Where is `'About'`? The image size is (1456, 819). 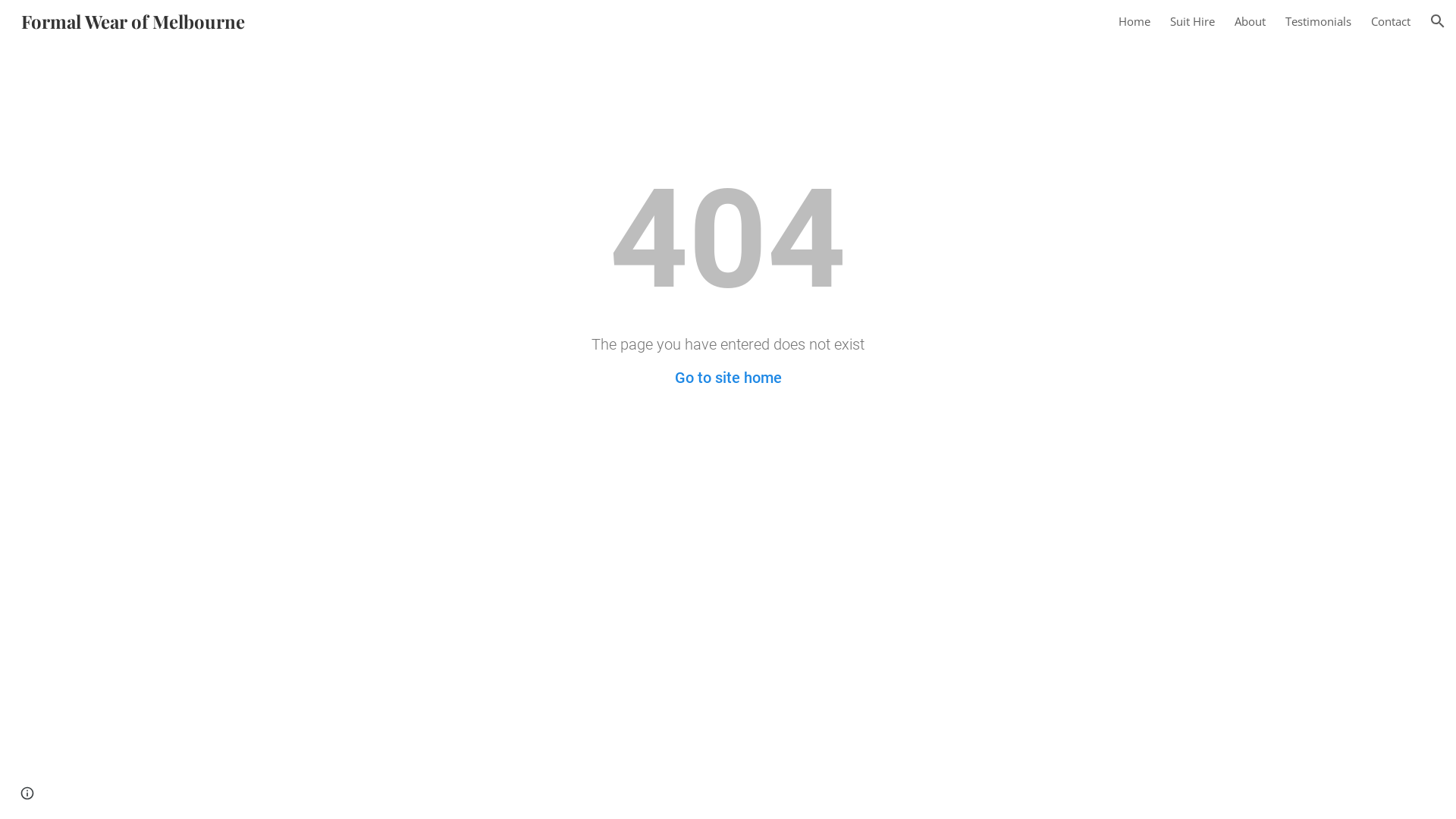 'About' is located at coordinates (1234, 20).